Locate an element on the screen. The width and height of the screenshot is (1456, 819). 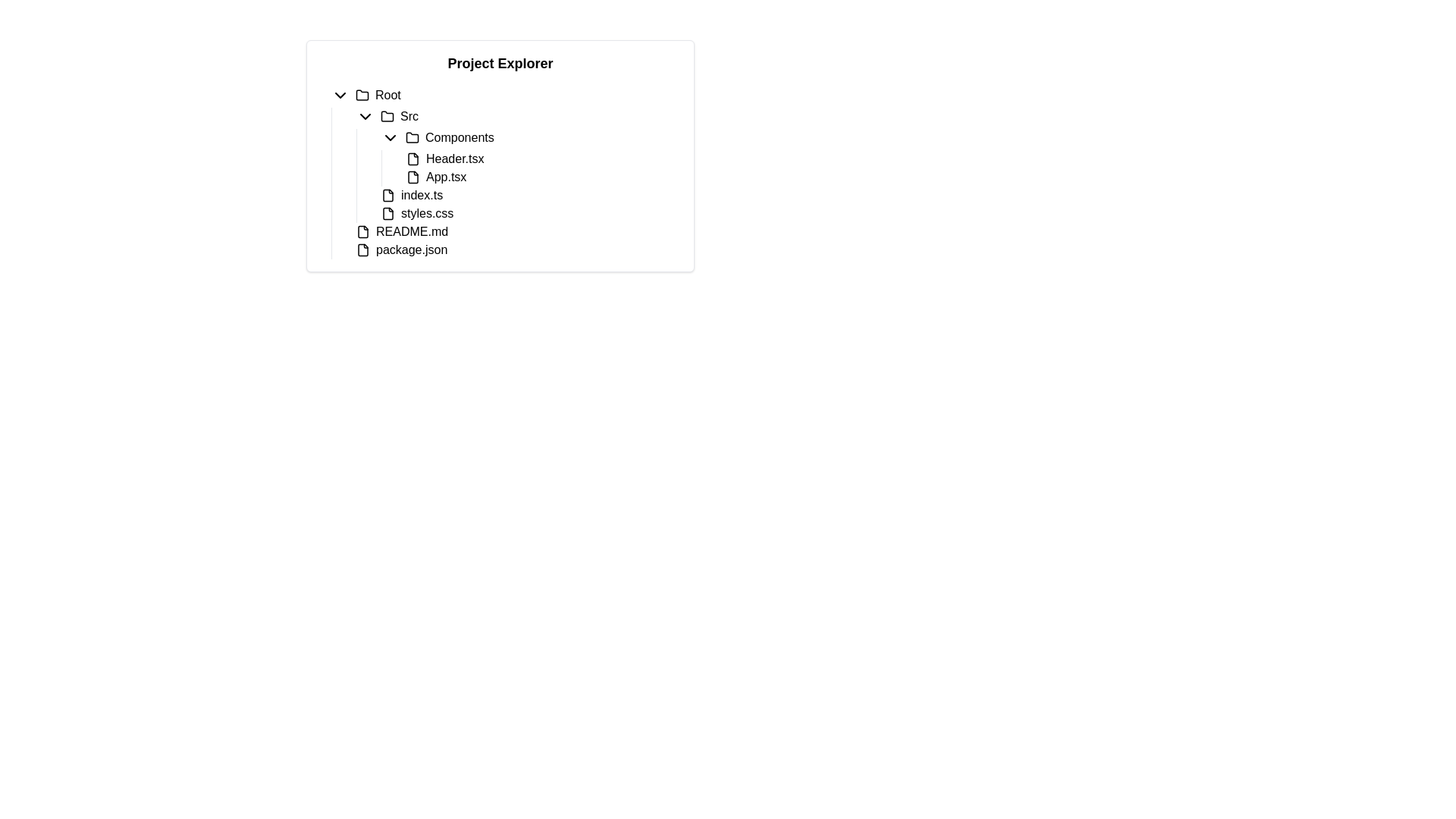
the text label displaying 'App.tsx' located is located at coordinates (445, 177).